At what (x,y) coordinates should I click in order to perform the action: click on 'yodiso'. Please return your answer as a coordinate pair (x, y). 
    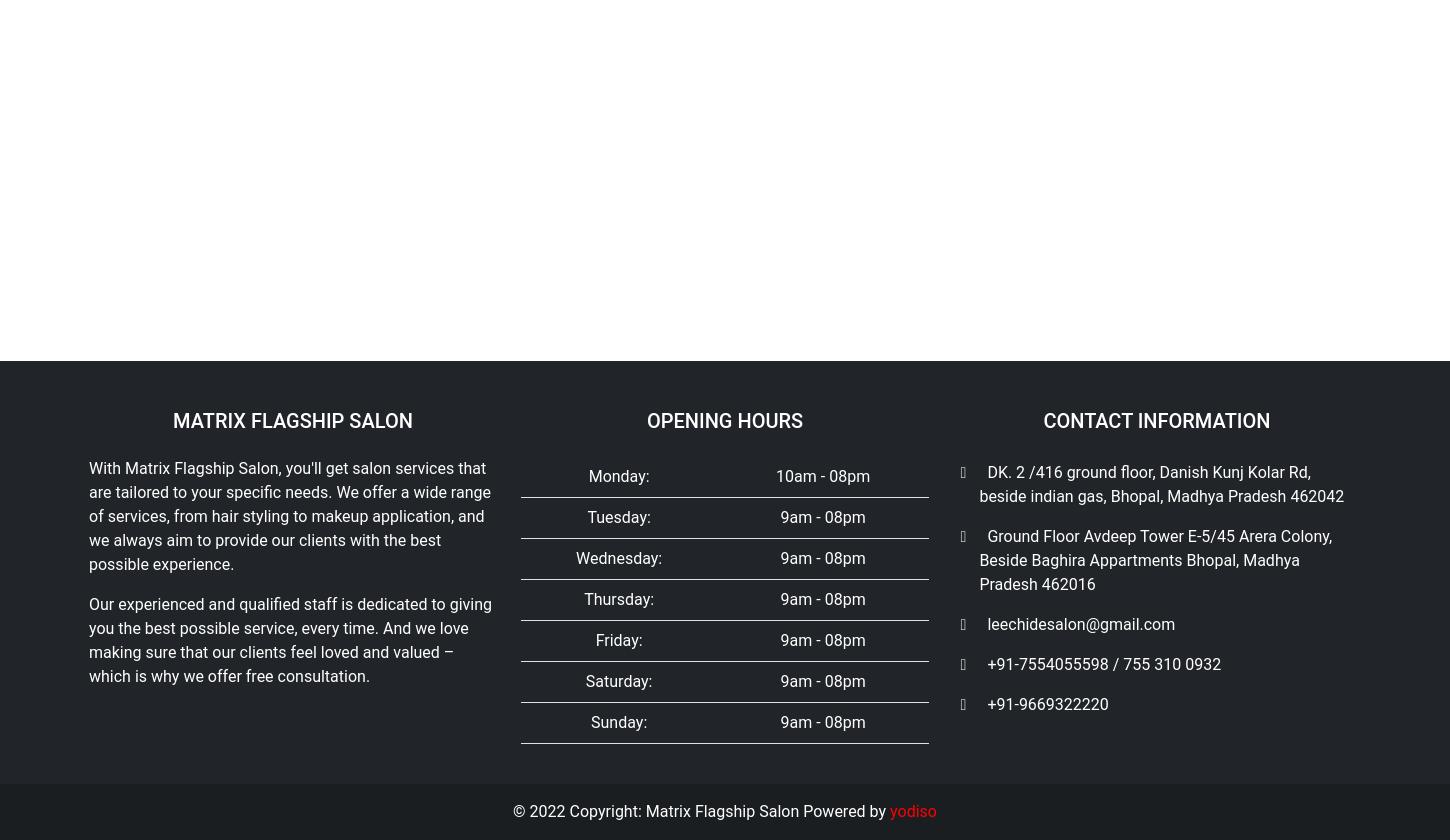
    Looking at the image, I should click on (912, 309).